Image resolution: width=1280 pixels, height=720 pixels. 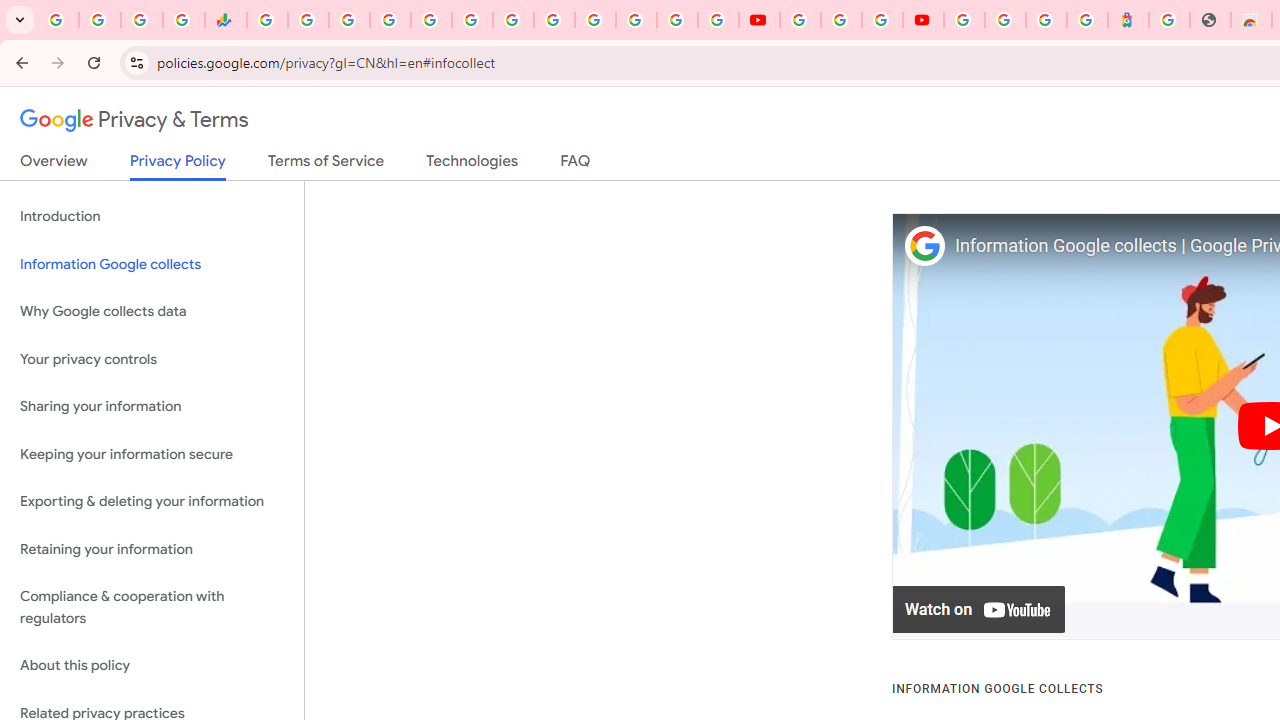 I want to click on 'Why Google collects data', so click(x=151, y=312).